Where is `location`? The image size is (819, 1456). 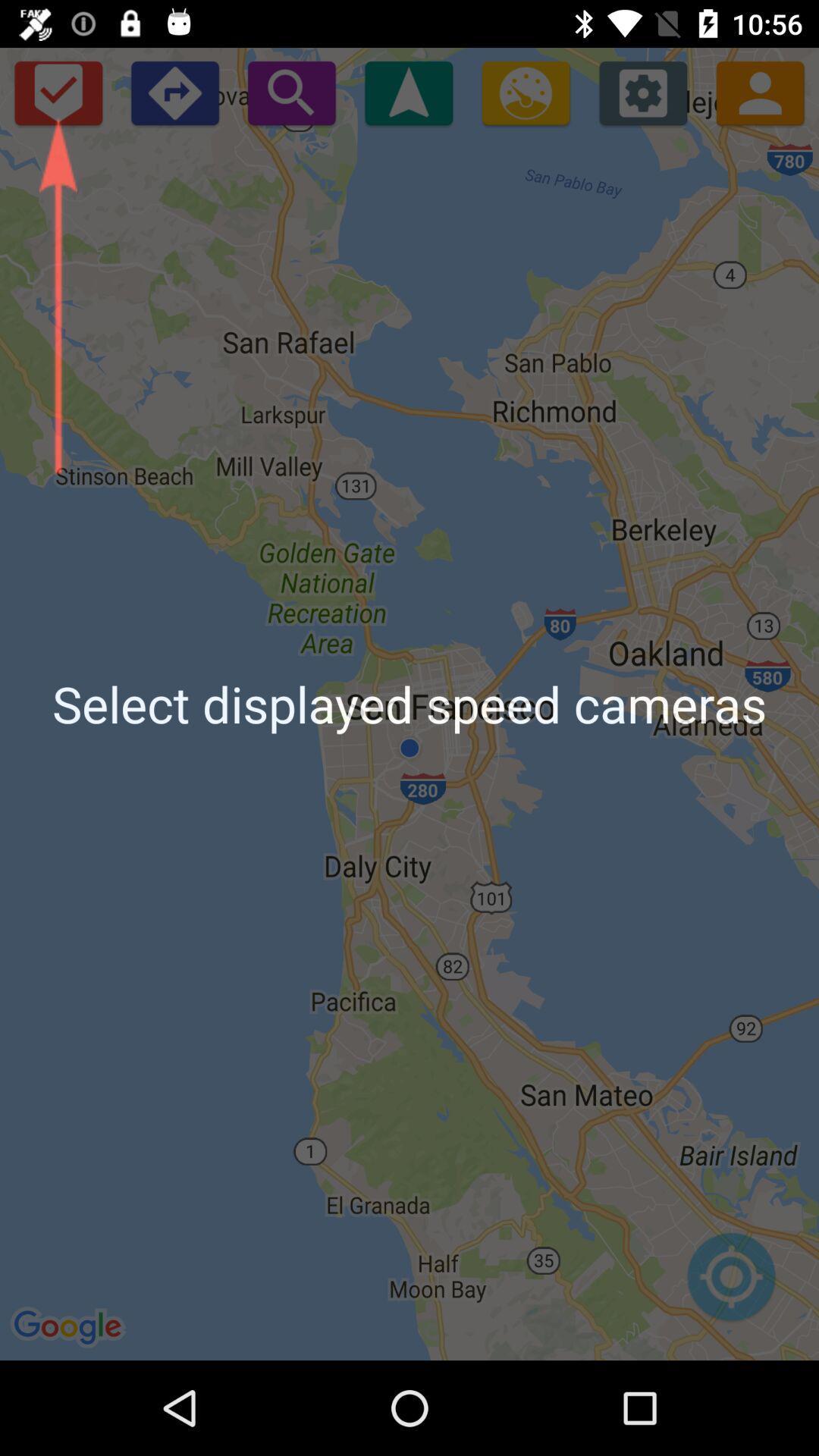 location is located at coordinates (730, 1284).